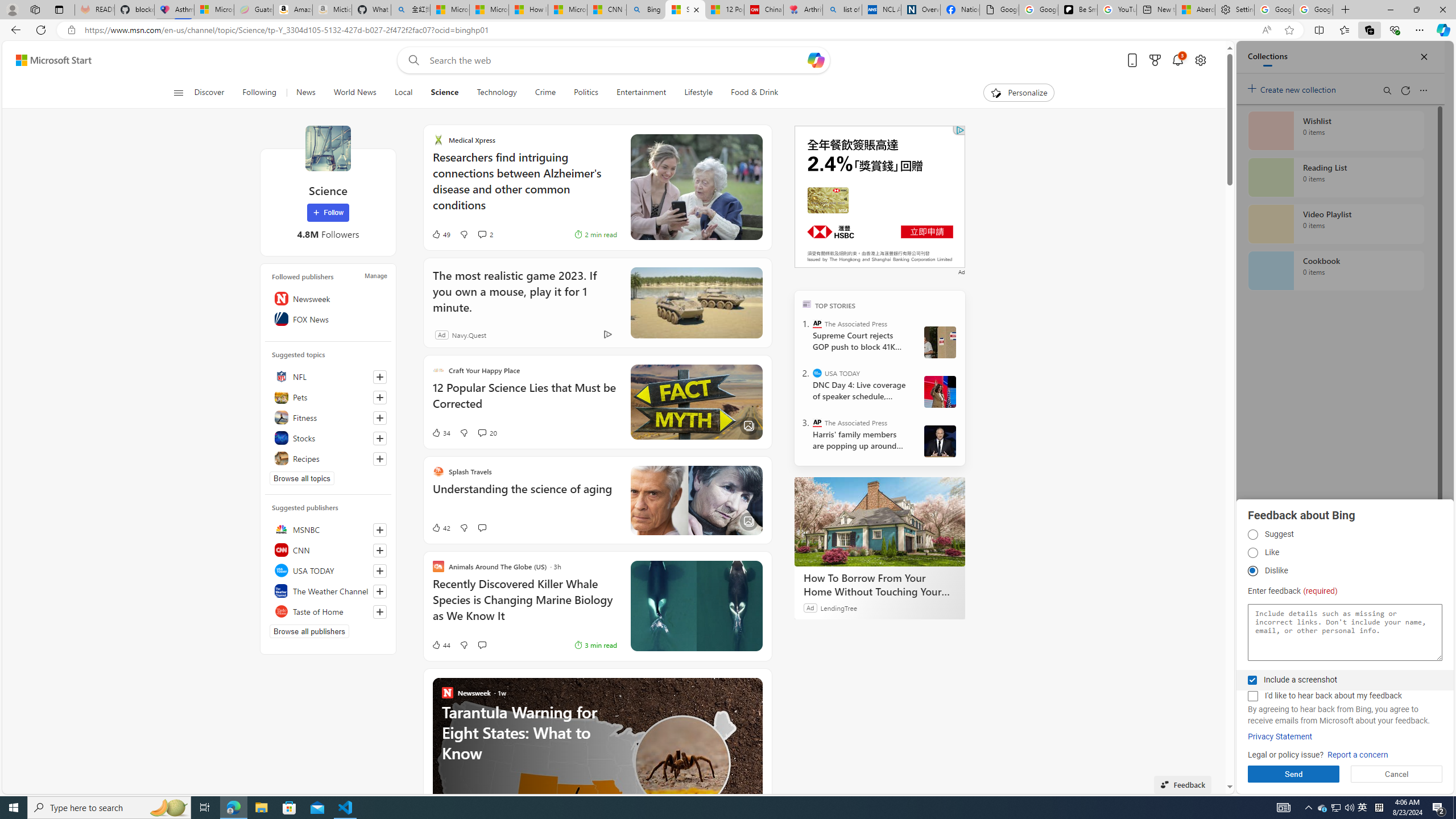 The width and height of the screenshot is (1456, 819). Describe the element at coordinates (1194, 9) in the screenshot. I see `'Aberdeen, Hong Kong SAR hourly forecast | Microsoft Weather'` at that location.